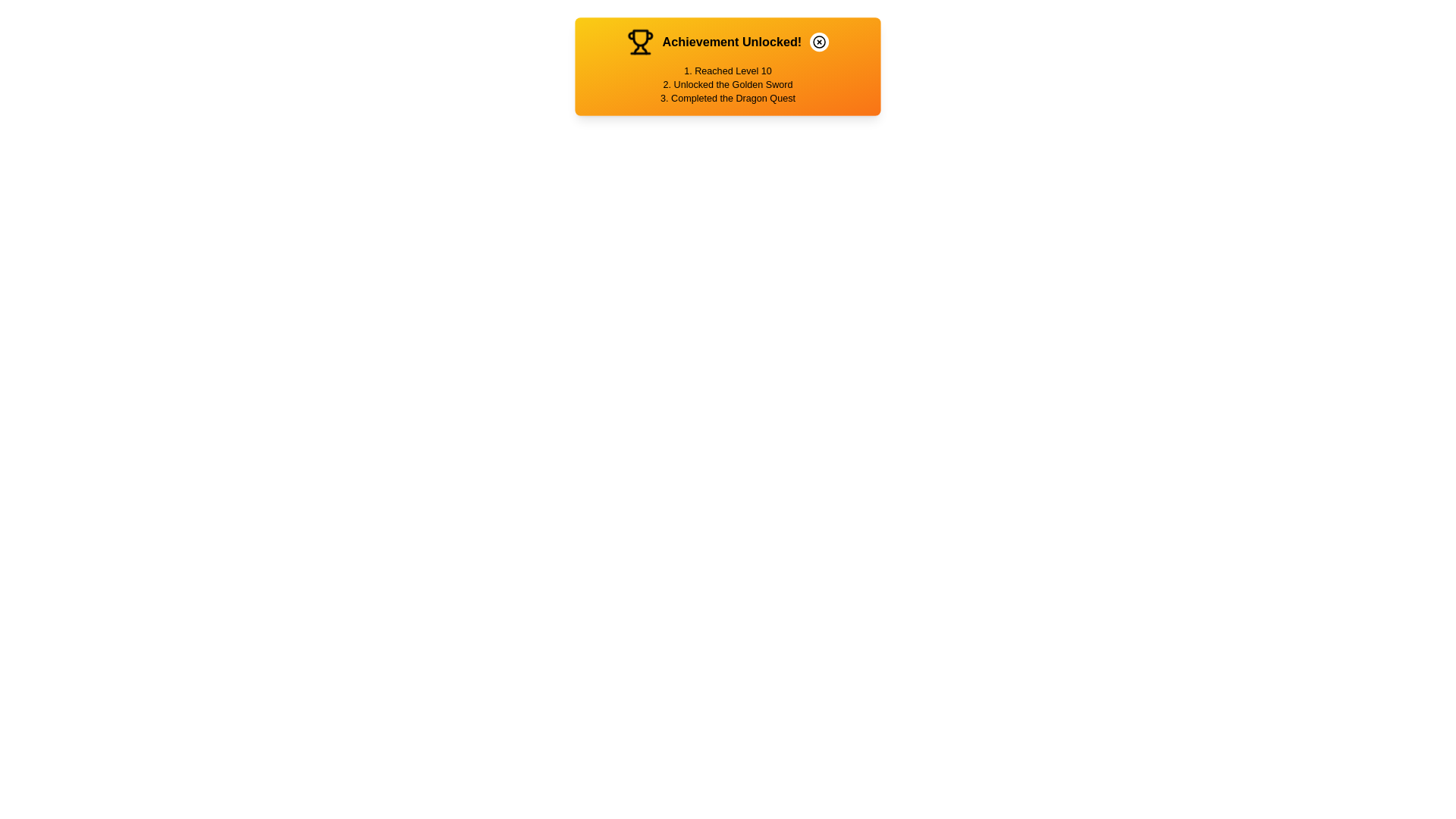 The width and height of the screenshot is (1456, 819). What do you see at coordinates (640, 41) in the screenshot?
I see `the trophy icon to observe any effects` at bounding box center [640, 41].